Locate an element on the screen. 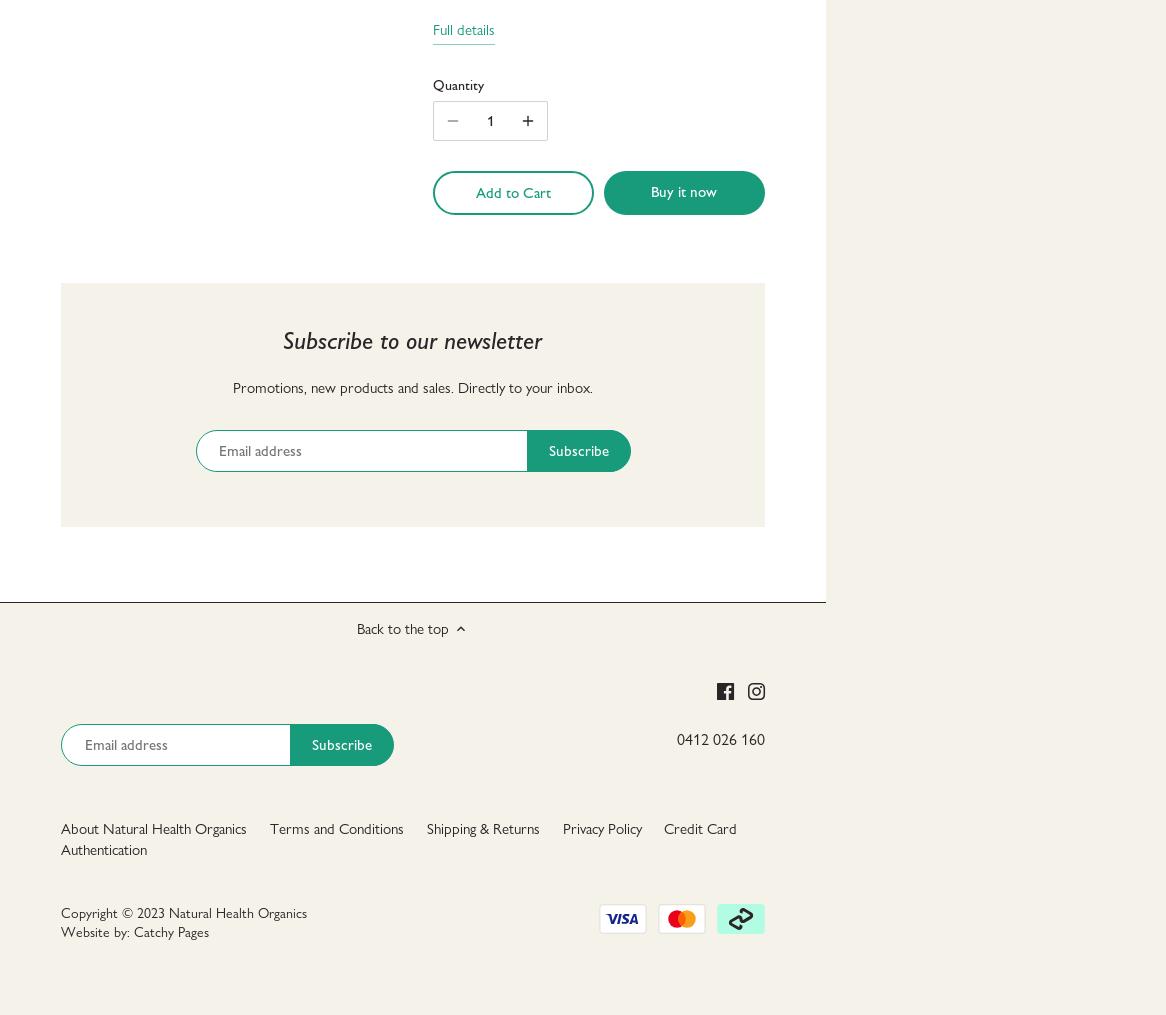  'Promotions, new products and sales. Directly to your inbox.' is located at coordinates (231, 387).